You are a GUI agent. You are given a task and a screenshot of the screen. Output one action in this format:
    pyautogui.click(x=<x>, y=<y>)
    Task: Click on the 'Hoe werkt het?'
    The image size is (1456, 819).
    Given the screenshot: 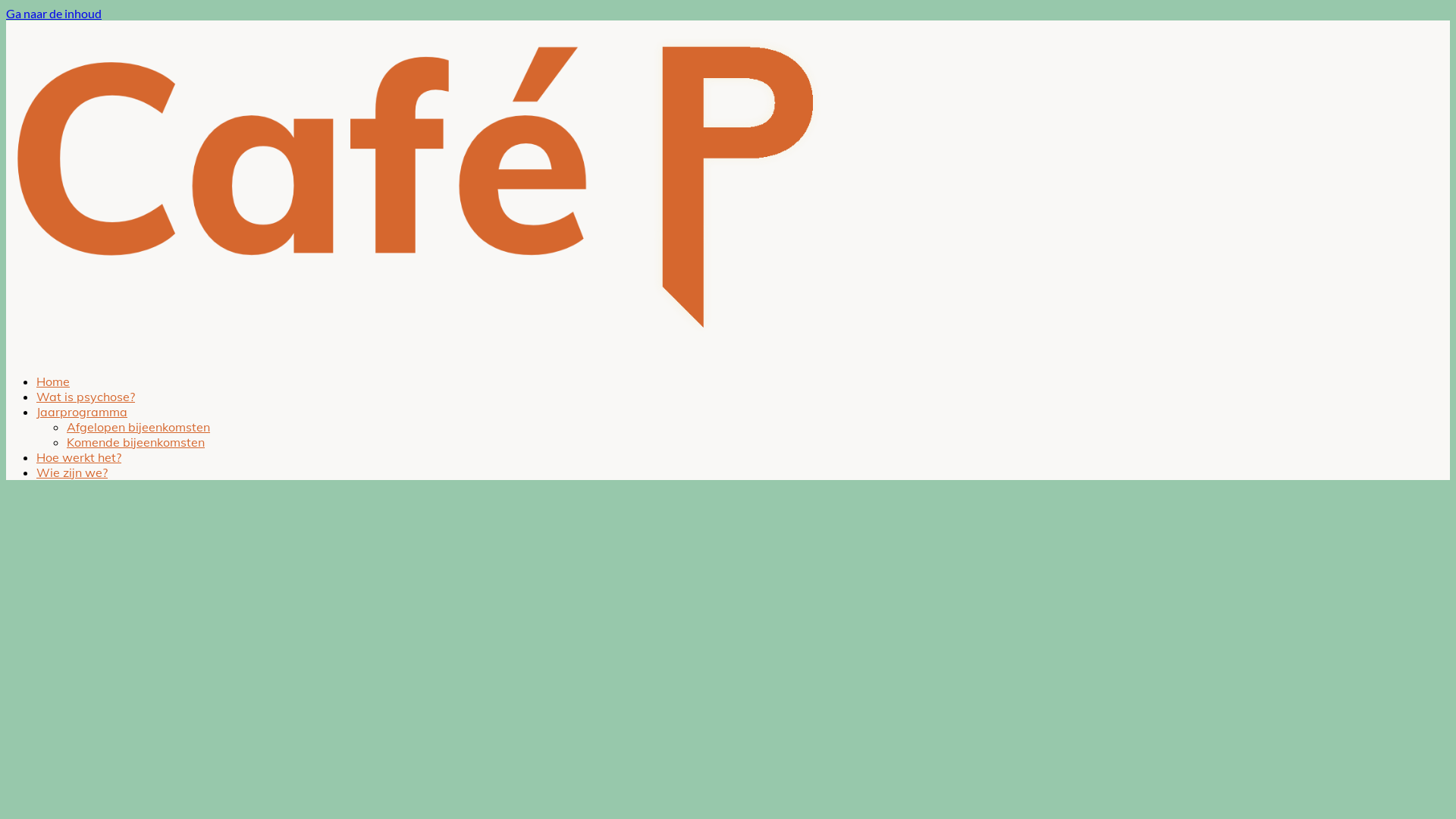 What is the action you would take?
    pyautogui.click(x=78, y=456)
    